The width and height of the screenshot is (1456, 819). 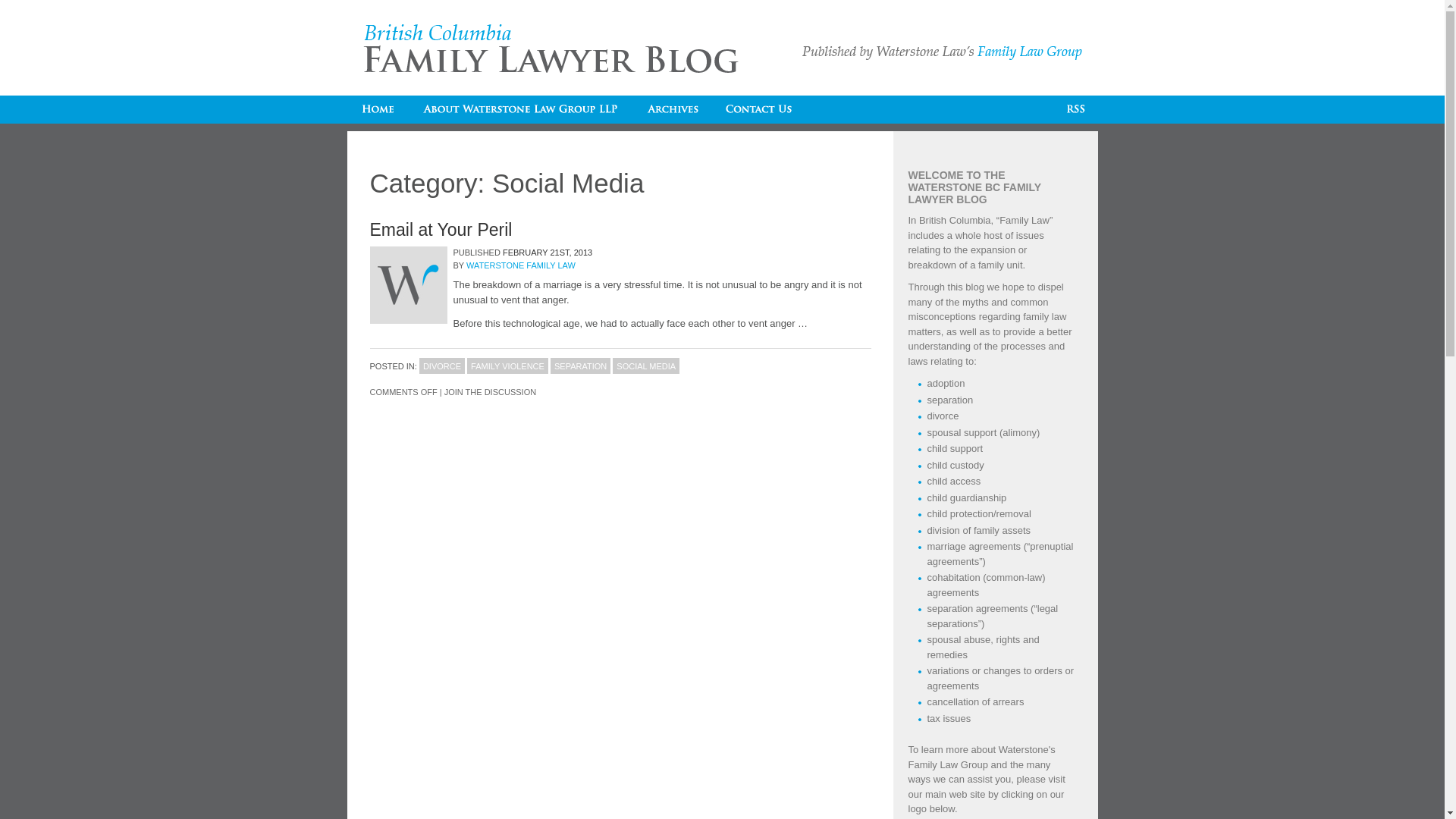 I want to click on 'RSS', so click(x=1053, y=108).